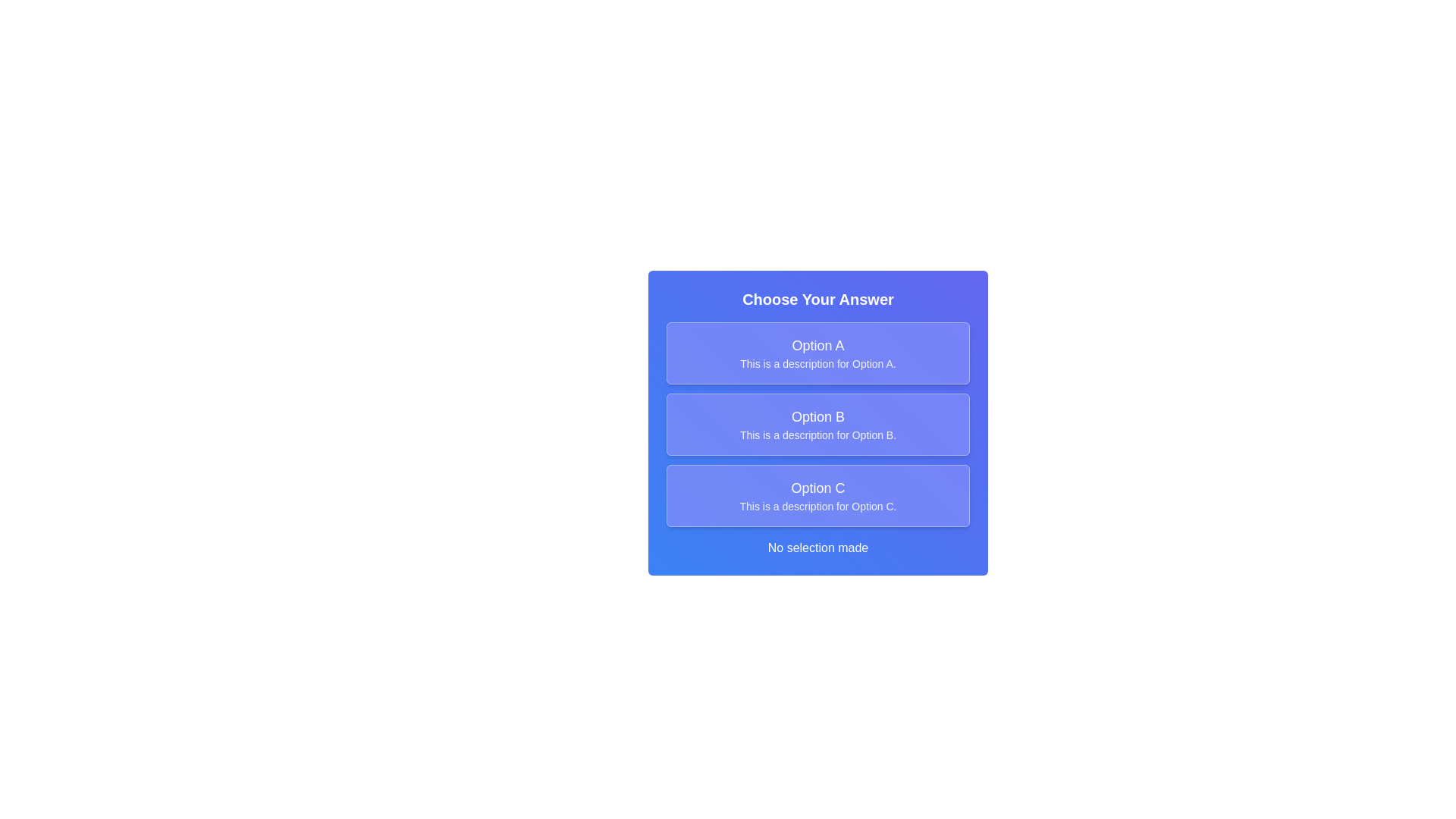 The height and width of the screenshot is (819, 1456). I want to click on the text label providing additional descriptive information related to the 'Option C' answer option, located below the 'Option C' text in the third rectangular section of the answer selection list, so click(817, 506).